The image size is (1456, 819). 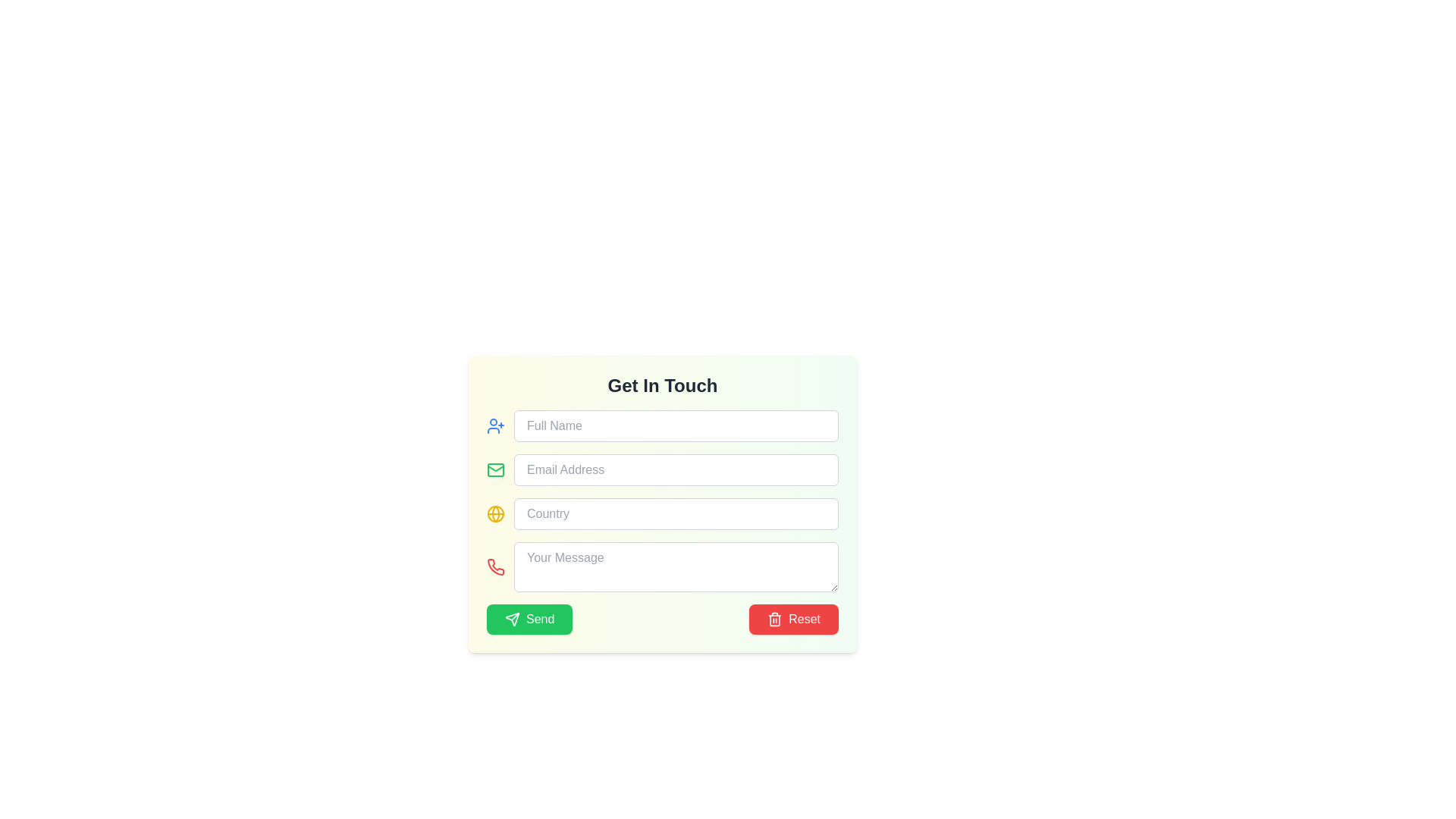 I want to click on the country icon located to the left of the 'Country' input field, which serves as a visual indicator for country-related actions, so click(x=495, y=513).